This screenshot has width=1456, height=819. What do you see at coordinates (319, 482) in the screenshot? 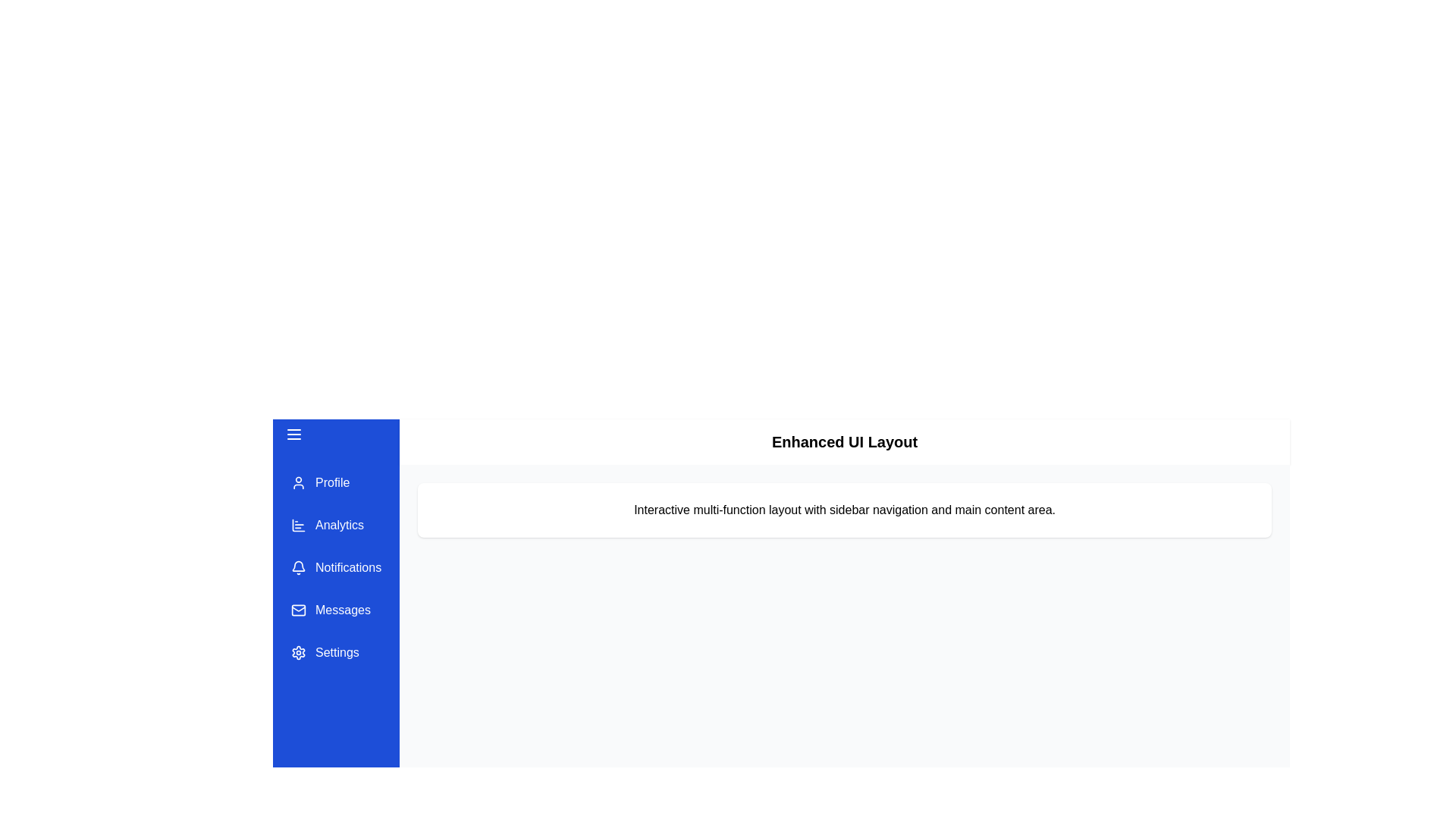
I see `the 'Profile' button, which features a user silhouette icon and is located at the top of the left sidebar` at bounding box center [319, 482].